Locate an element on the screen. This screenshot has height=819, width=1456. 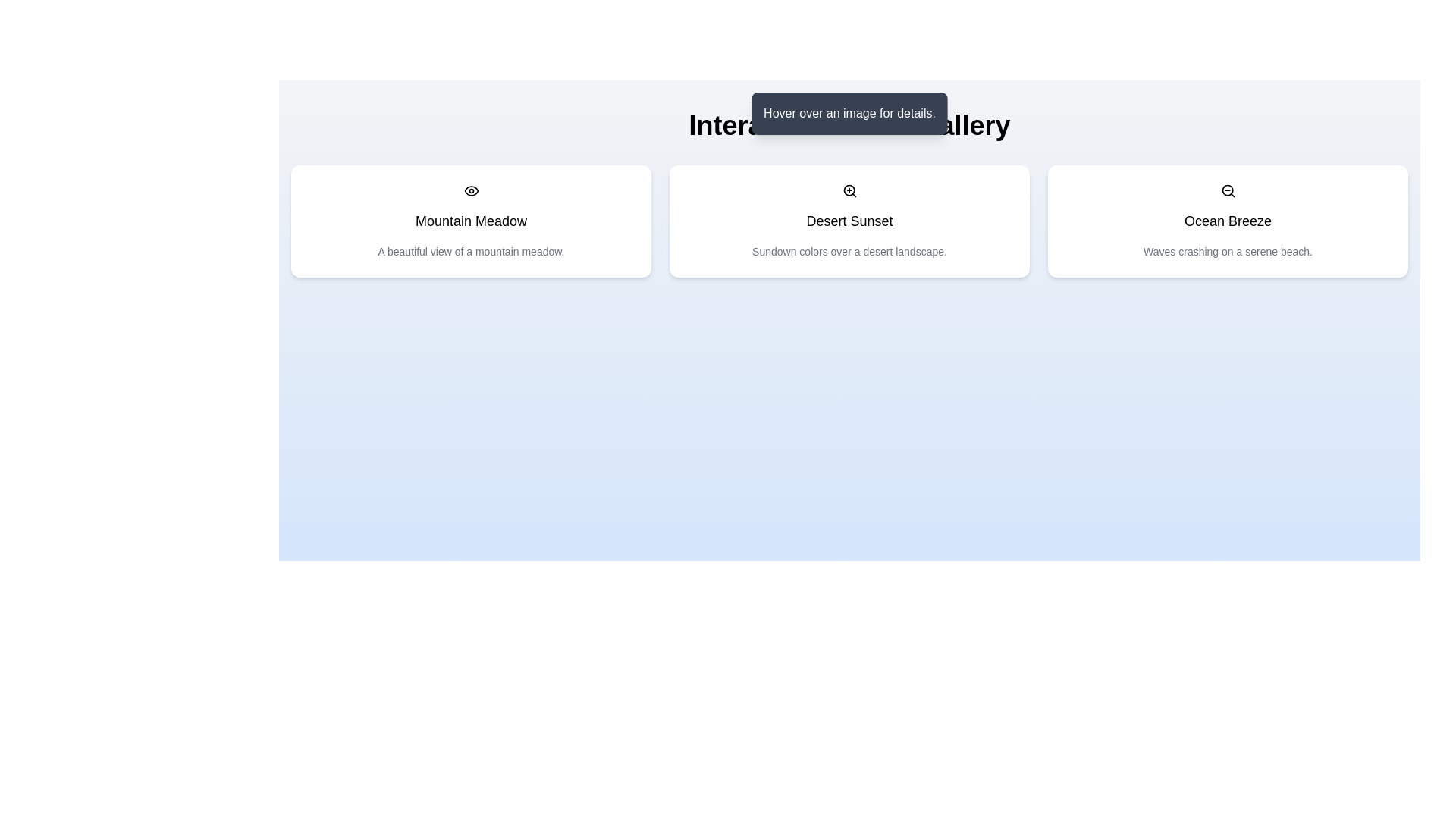
the graphical component of the zoom-in icon located at the center of the icon above the 'Desert Sunset' card is located at coordinates (848, 190).